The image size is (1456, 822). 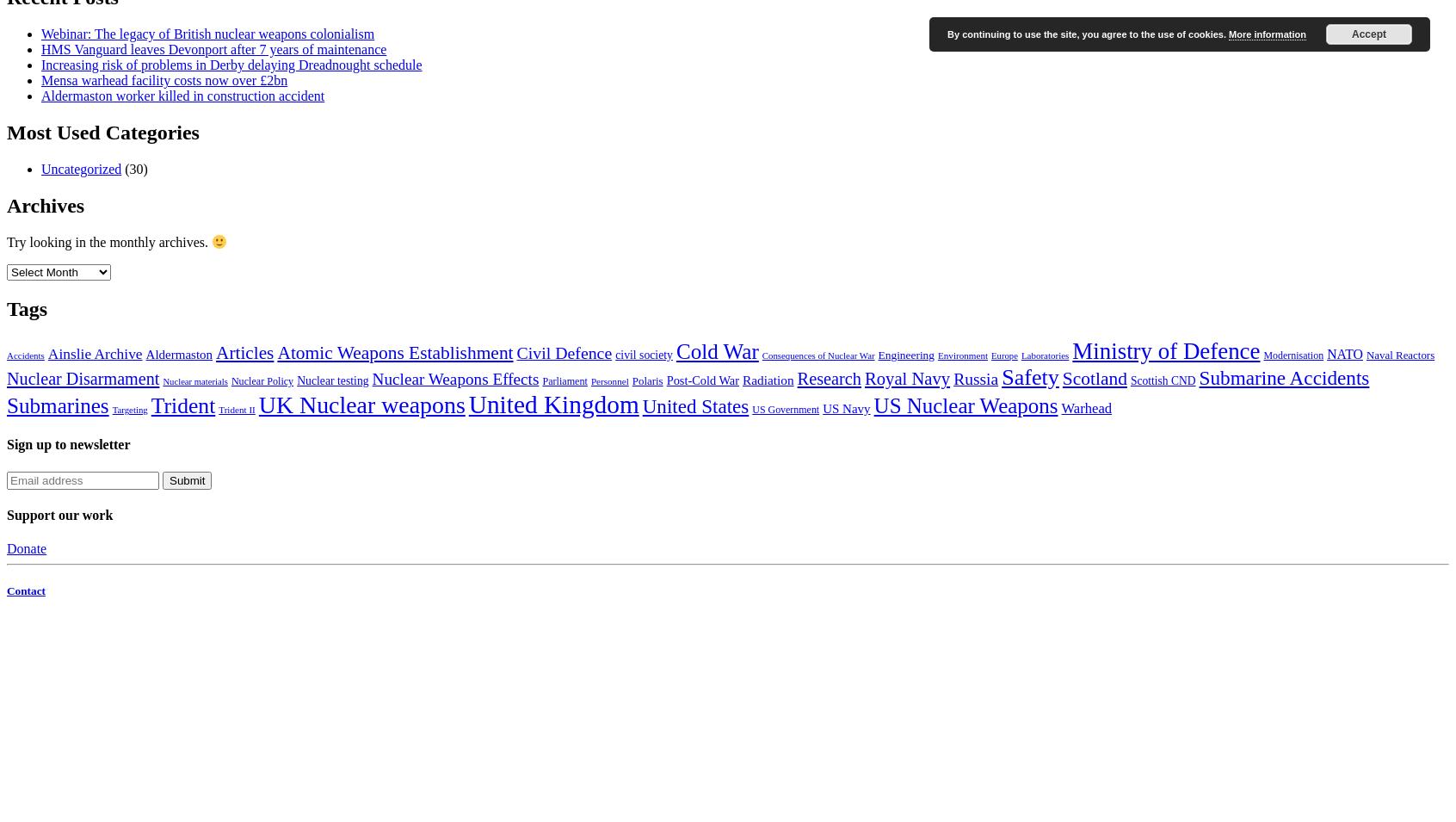 What do you see at coordinates (797, 377) in the screenshot?
I see `'Research'` at bounding box center [797, 377].